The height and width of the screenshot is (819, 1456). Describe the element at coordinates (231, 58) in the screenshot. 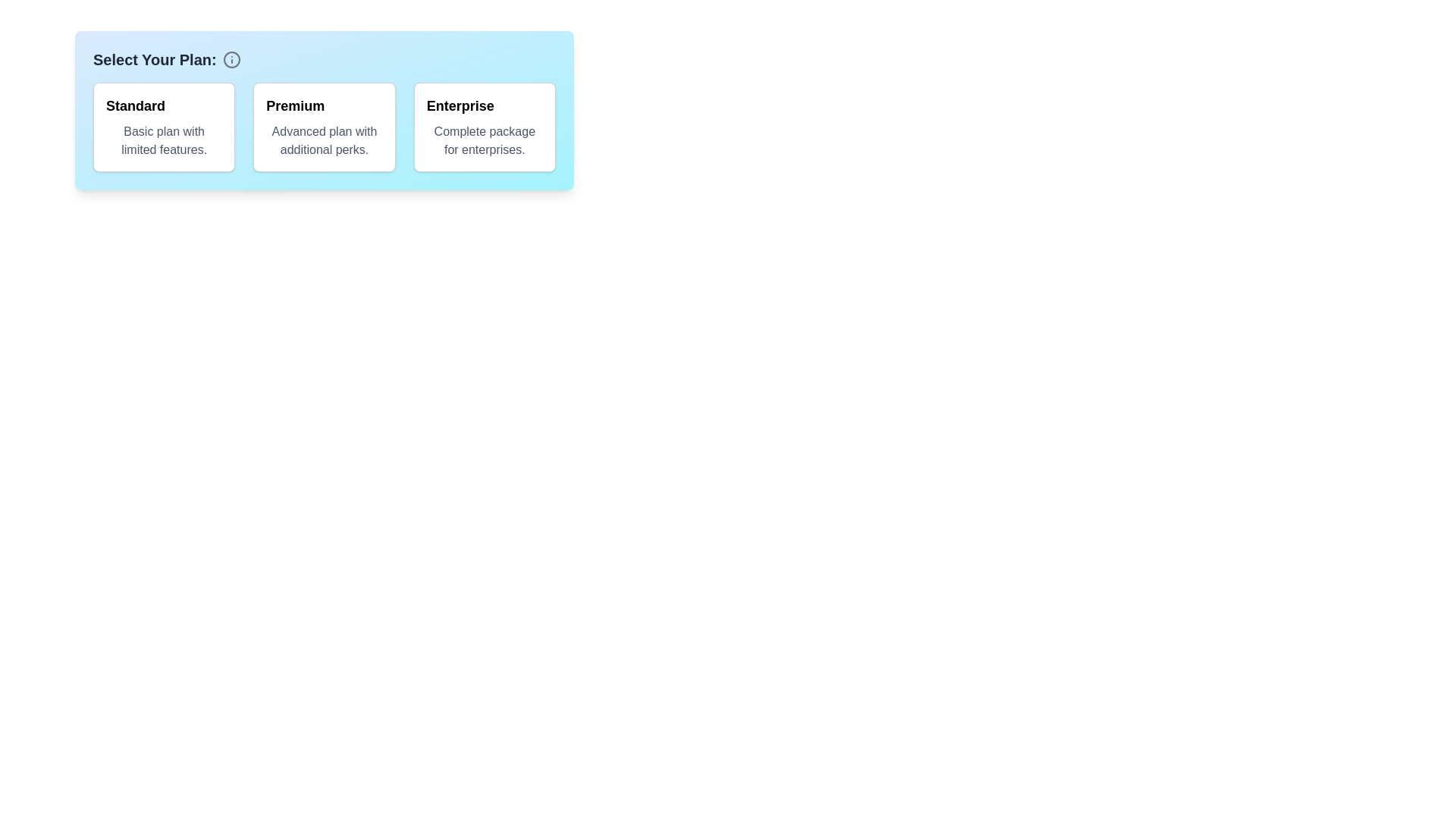

I see `the circular informational icon located to the right of the 'Select Your Plan:' header text` at that location.